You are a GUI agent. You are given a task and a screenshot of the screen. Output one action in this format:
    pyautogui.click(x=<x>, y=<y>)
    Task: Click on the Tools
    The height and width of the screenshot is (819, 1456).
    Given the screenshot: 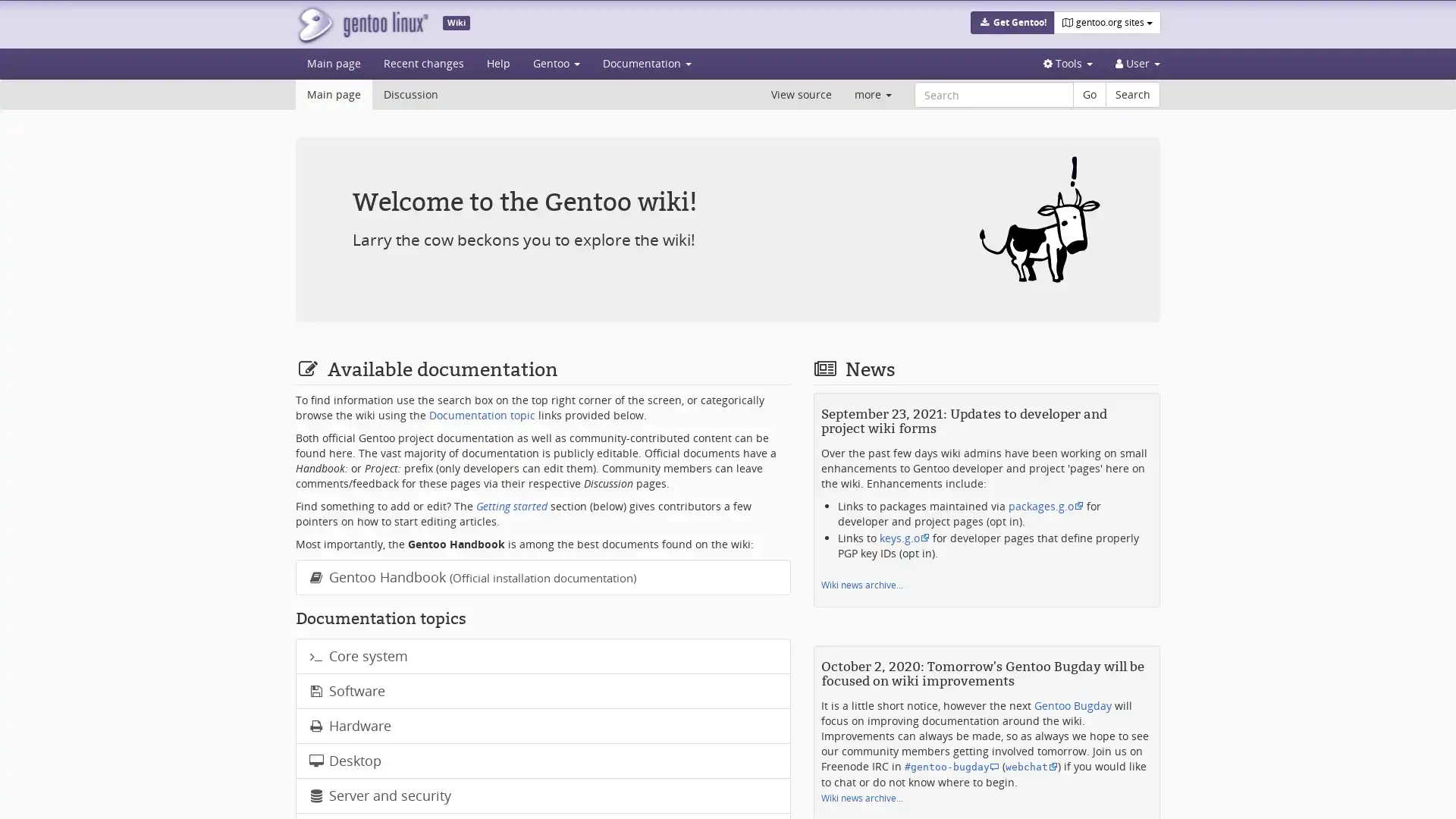 What is the action you would take?
    pyautogui.click(x=1067, y=63)
    